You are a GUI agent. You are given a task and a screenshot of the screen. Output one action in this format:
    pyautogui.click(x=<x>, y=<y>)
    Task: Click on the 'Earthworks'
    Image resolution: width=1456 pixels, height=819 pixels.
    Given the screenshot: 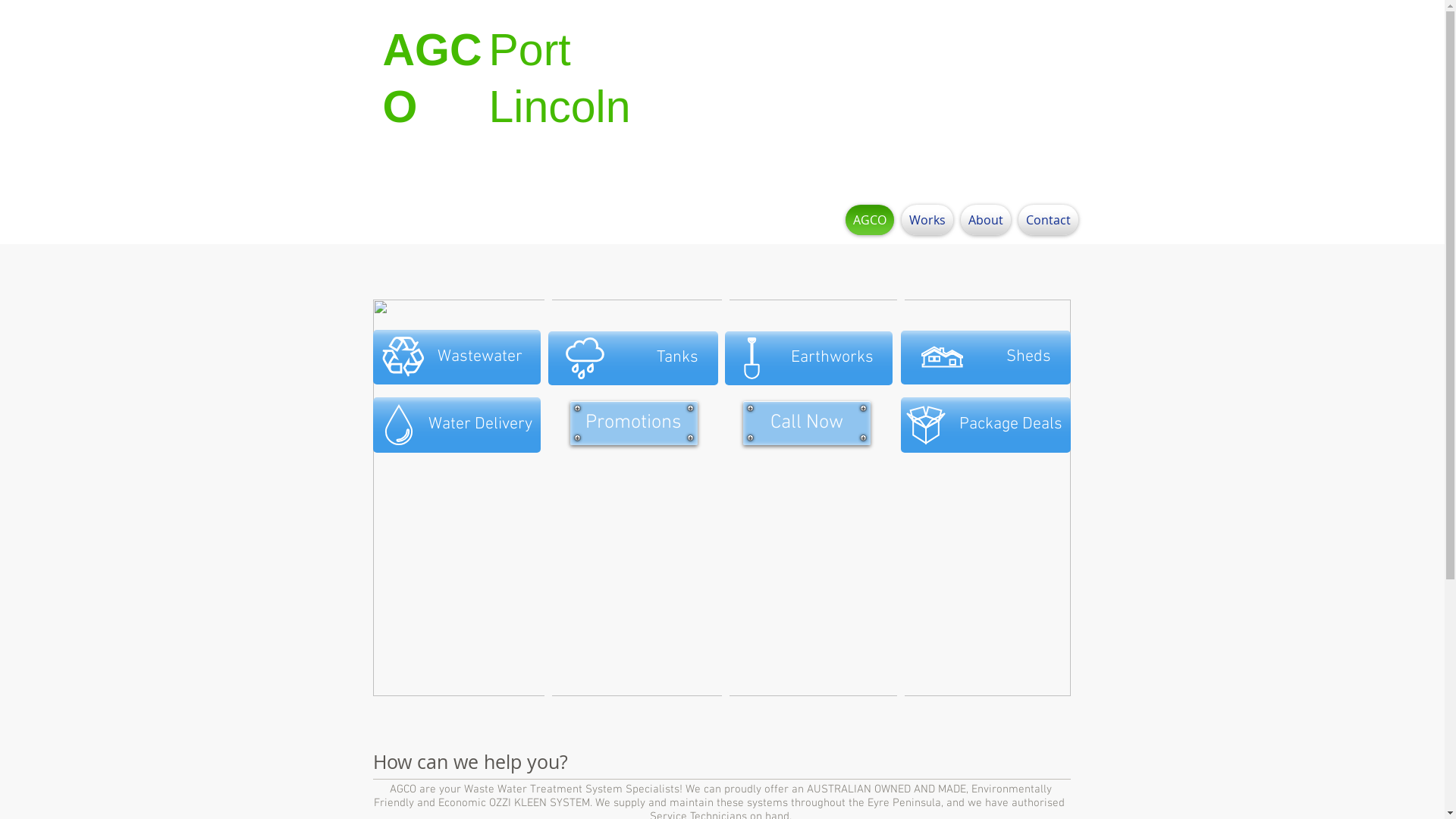 What is the action you would take?
    pyautogui.click(x=808, y=358)
    